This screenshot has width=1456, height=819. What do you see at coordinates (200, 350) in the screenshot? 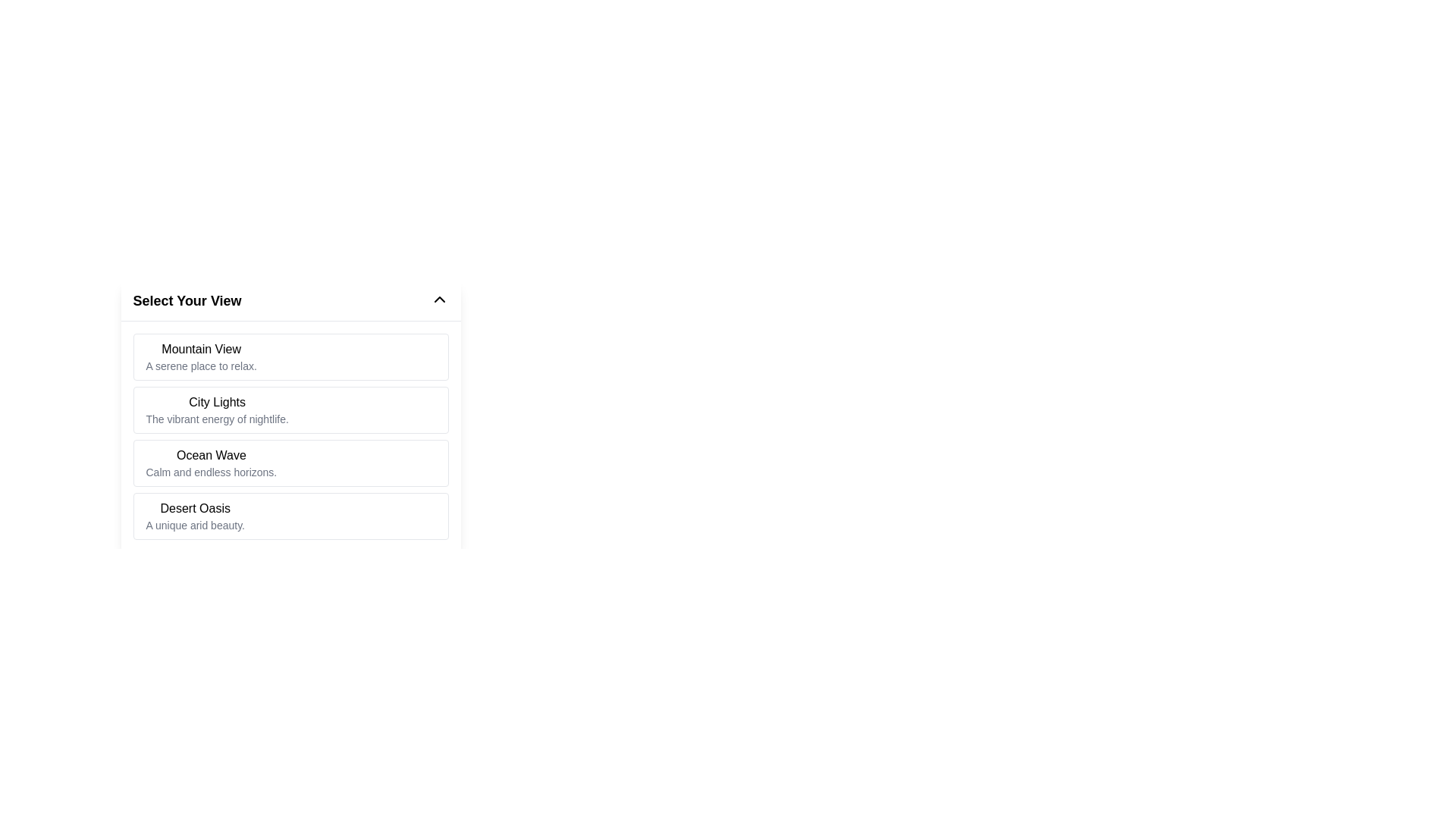
I see `the 'Mountain View' text label, which is the title of the first option in the list under 'Select Your View.'` at bounding box center [200, 350].